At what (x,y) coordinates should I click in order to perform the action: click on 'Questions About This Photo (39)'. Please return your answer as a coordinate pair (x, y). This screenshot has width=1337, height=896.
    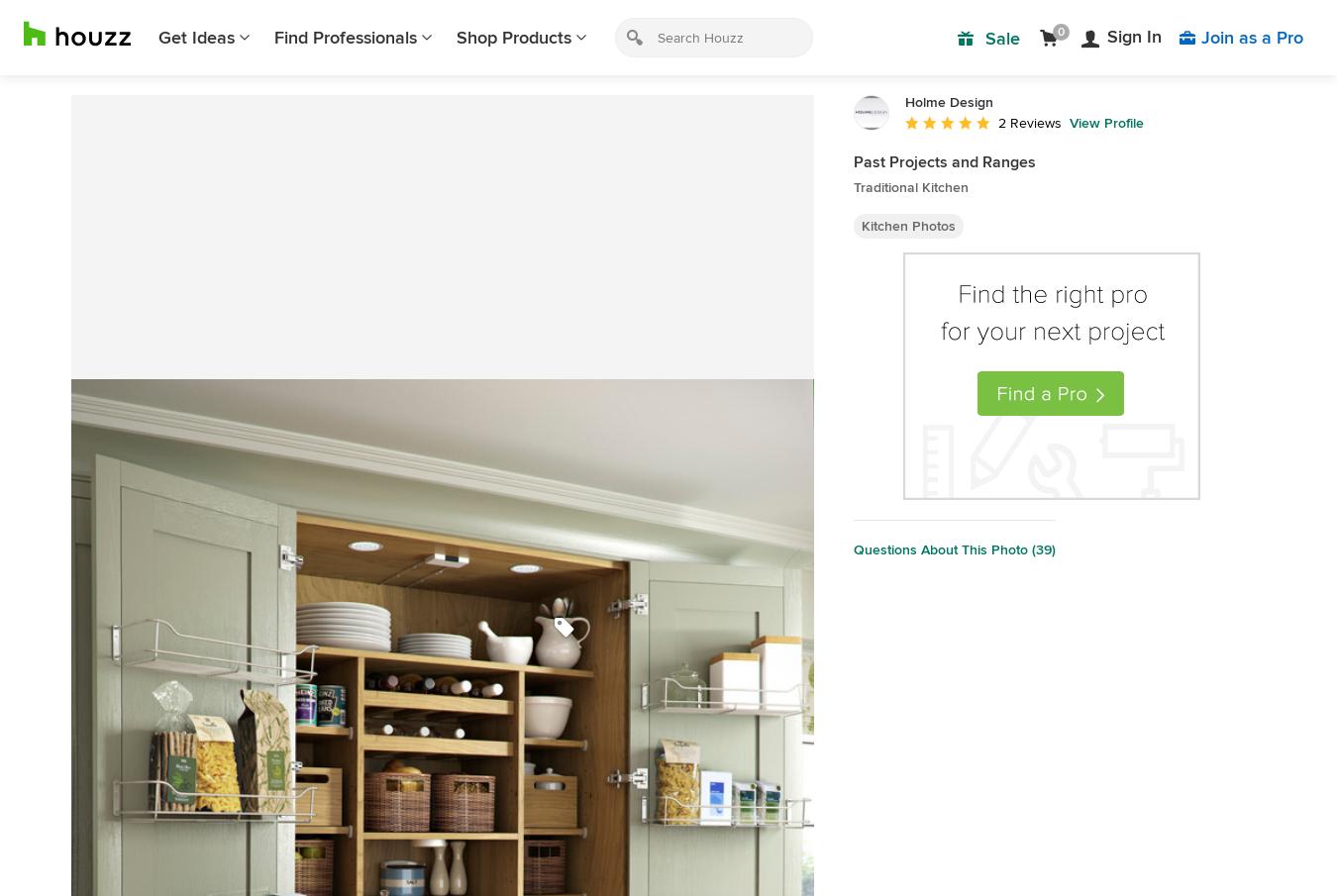
    Looking at the image, I should click on (954, 548).